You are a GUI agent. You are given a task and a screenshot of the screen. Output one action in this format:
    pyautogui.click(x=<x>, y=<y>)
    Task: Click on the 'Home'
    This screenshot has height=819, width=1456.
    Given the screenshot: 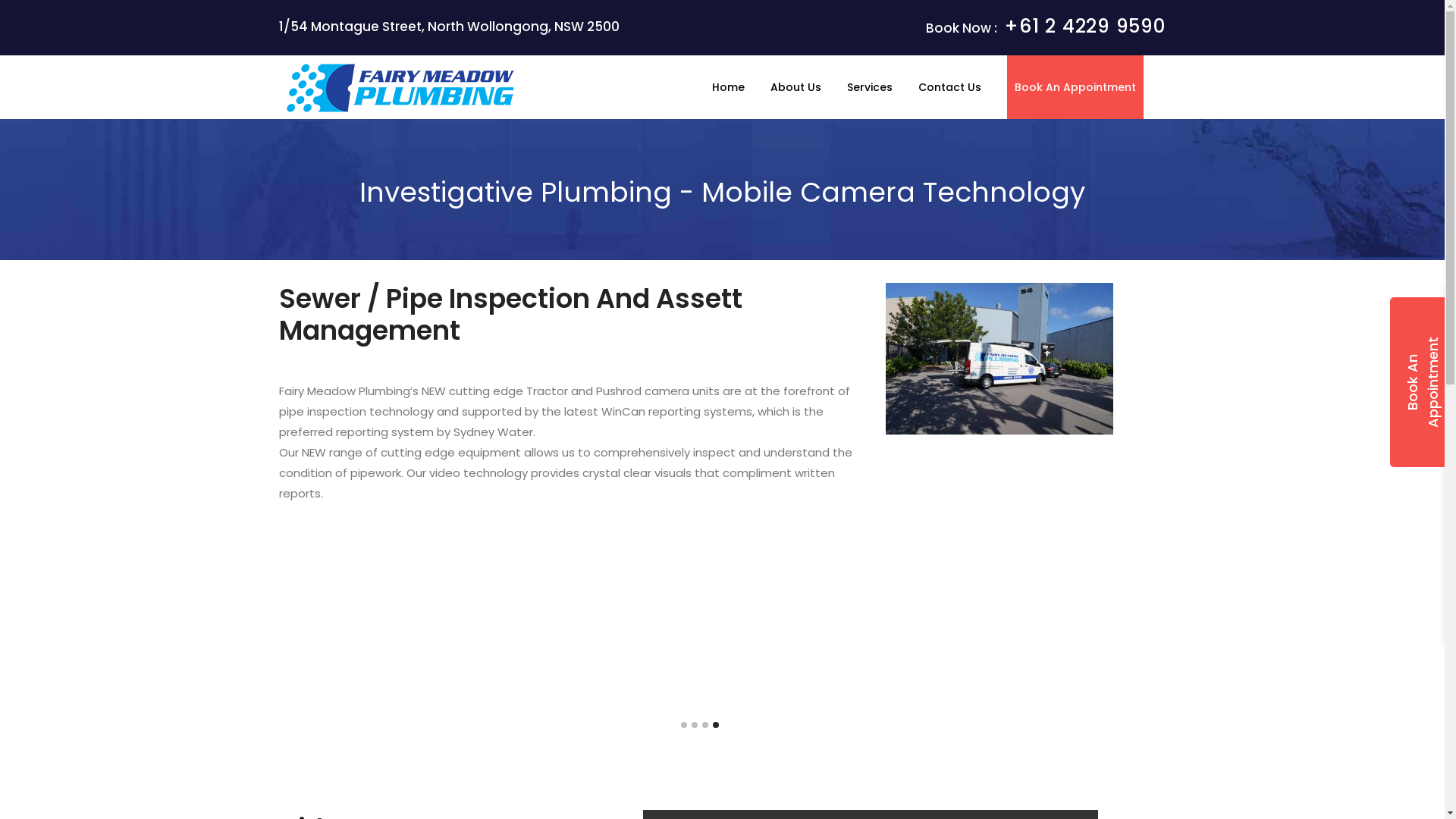 What is the action you would take?
    pyautogui.click(x=726, y=87)
    